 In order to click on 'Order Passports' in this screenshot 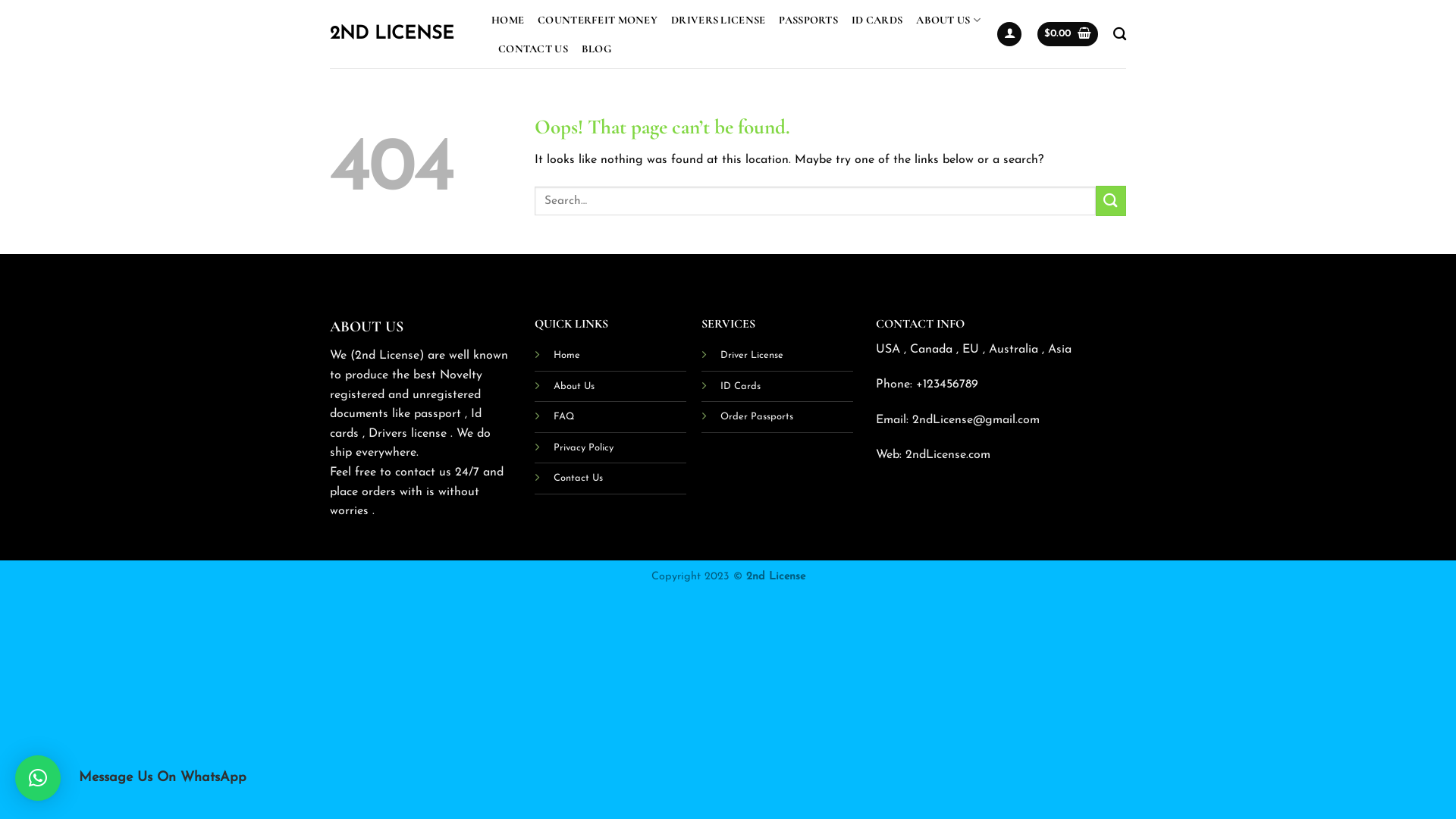, I will do `click(757, 416)`.